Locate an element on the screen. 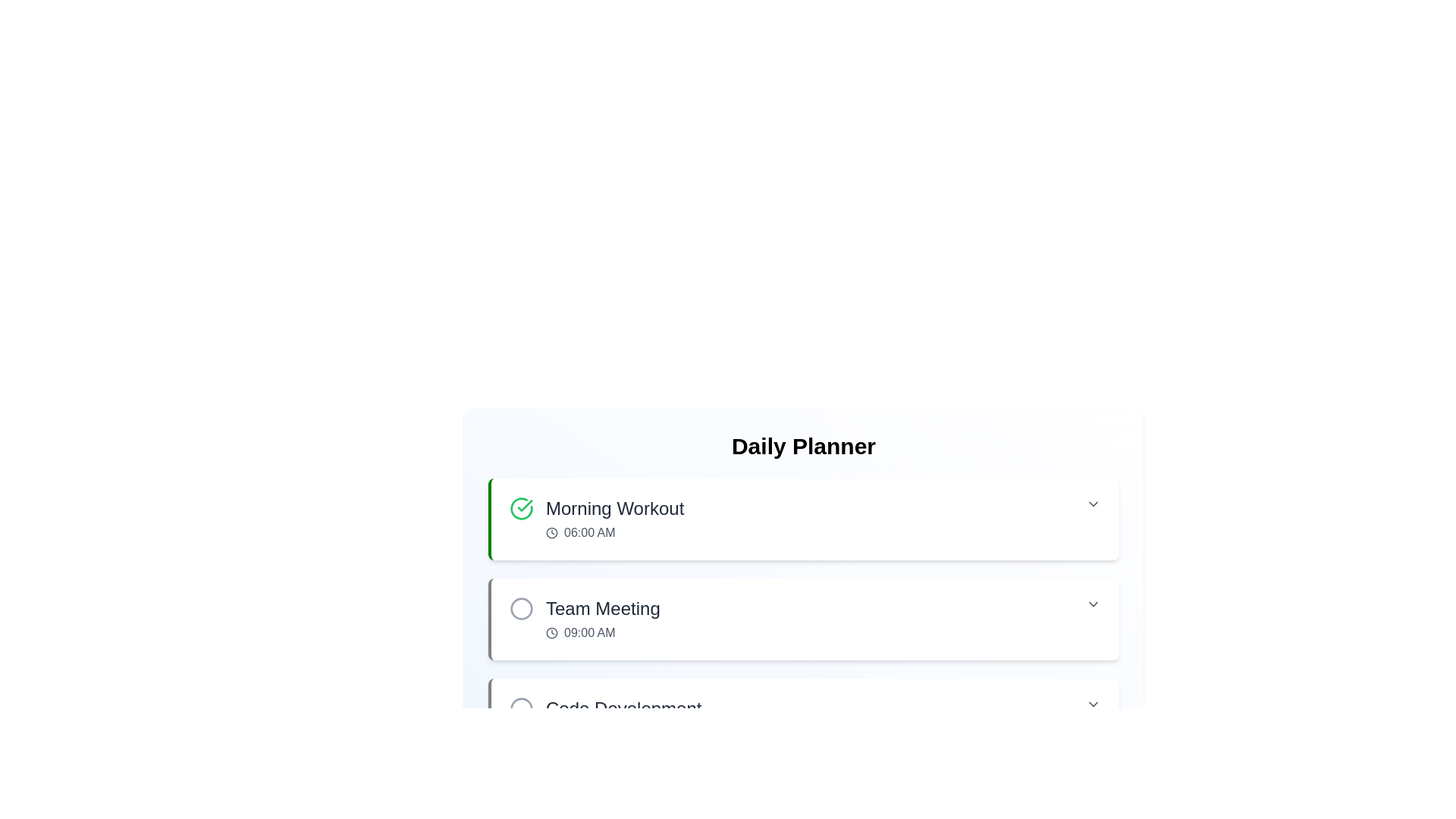 The image size is (1456, 819). the first List item card in the Daily Planner is located at coordinates (803, 519).